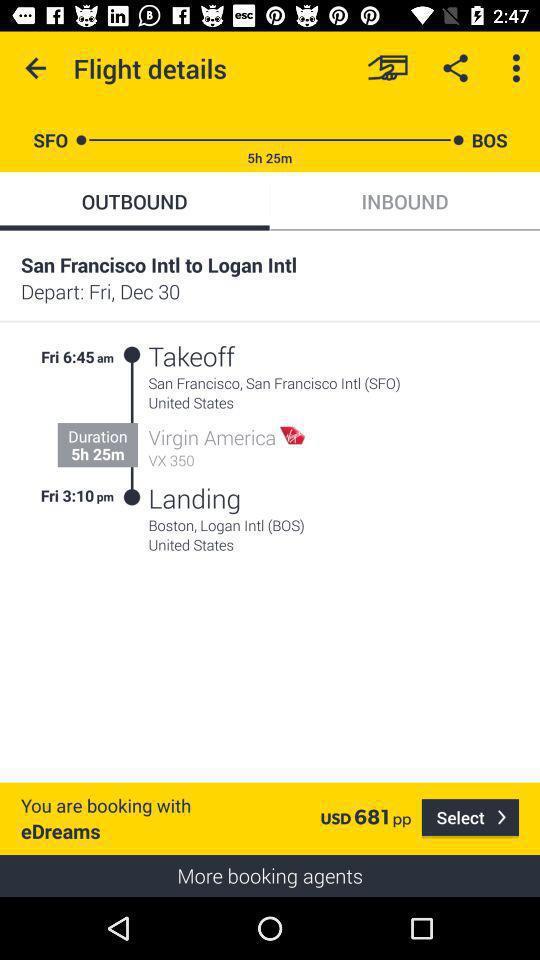 Image resolution: width=540 pixels, height=960 pixels. What do you see at coordinates (387, 68) in the screenshot?
I see `book the flight` at bounding box center [387, 68].